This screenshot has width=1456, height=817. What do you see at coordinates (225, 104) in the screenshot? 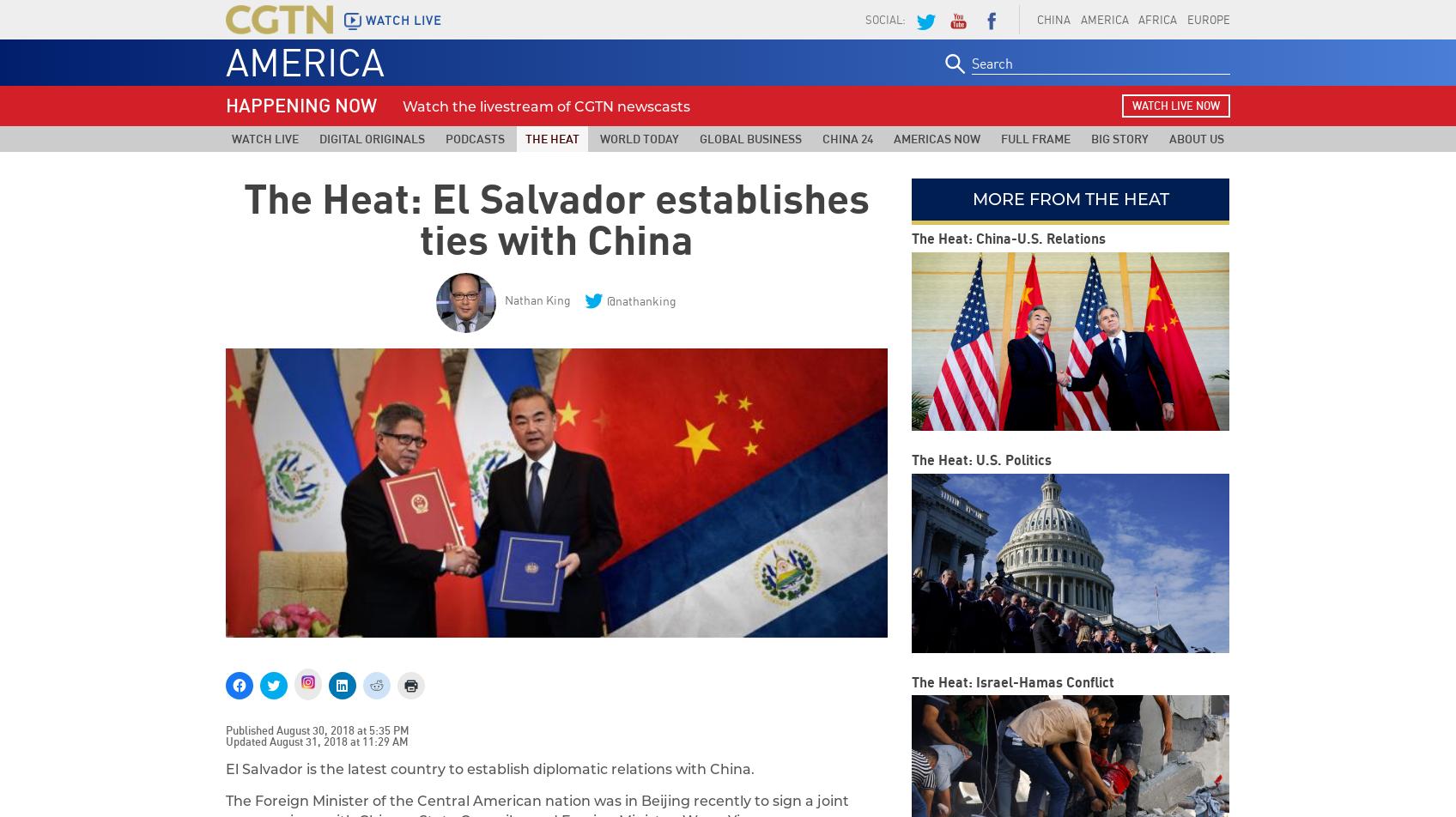
I see `'HAPPENING NOW'` at bounding box center [225, 104].